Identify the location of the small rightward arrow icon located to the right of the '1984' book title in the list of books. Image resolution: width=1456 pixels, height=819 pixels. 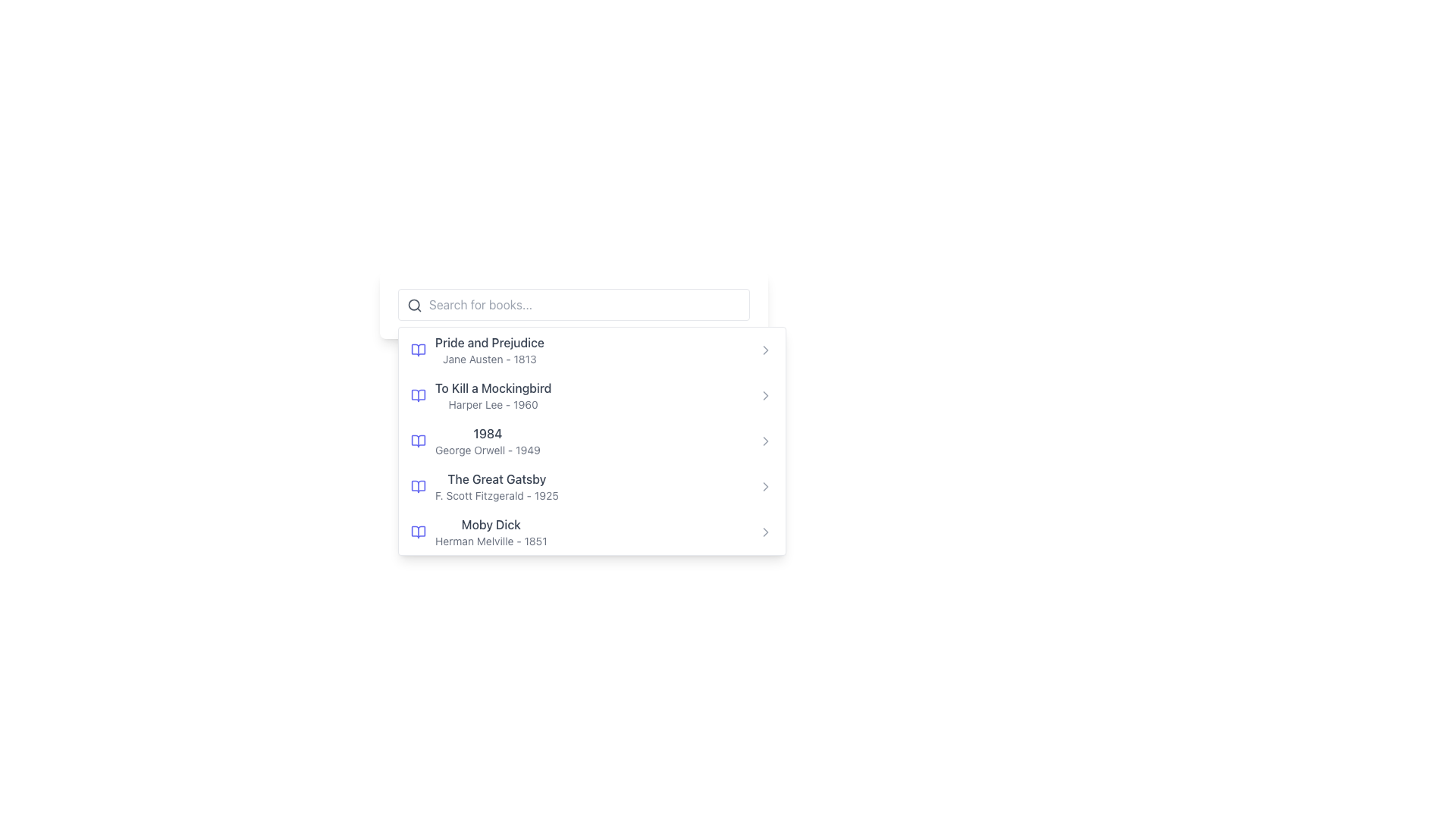
(765, 441).